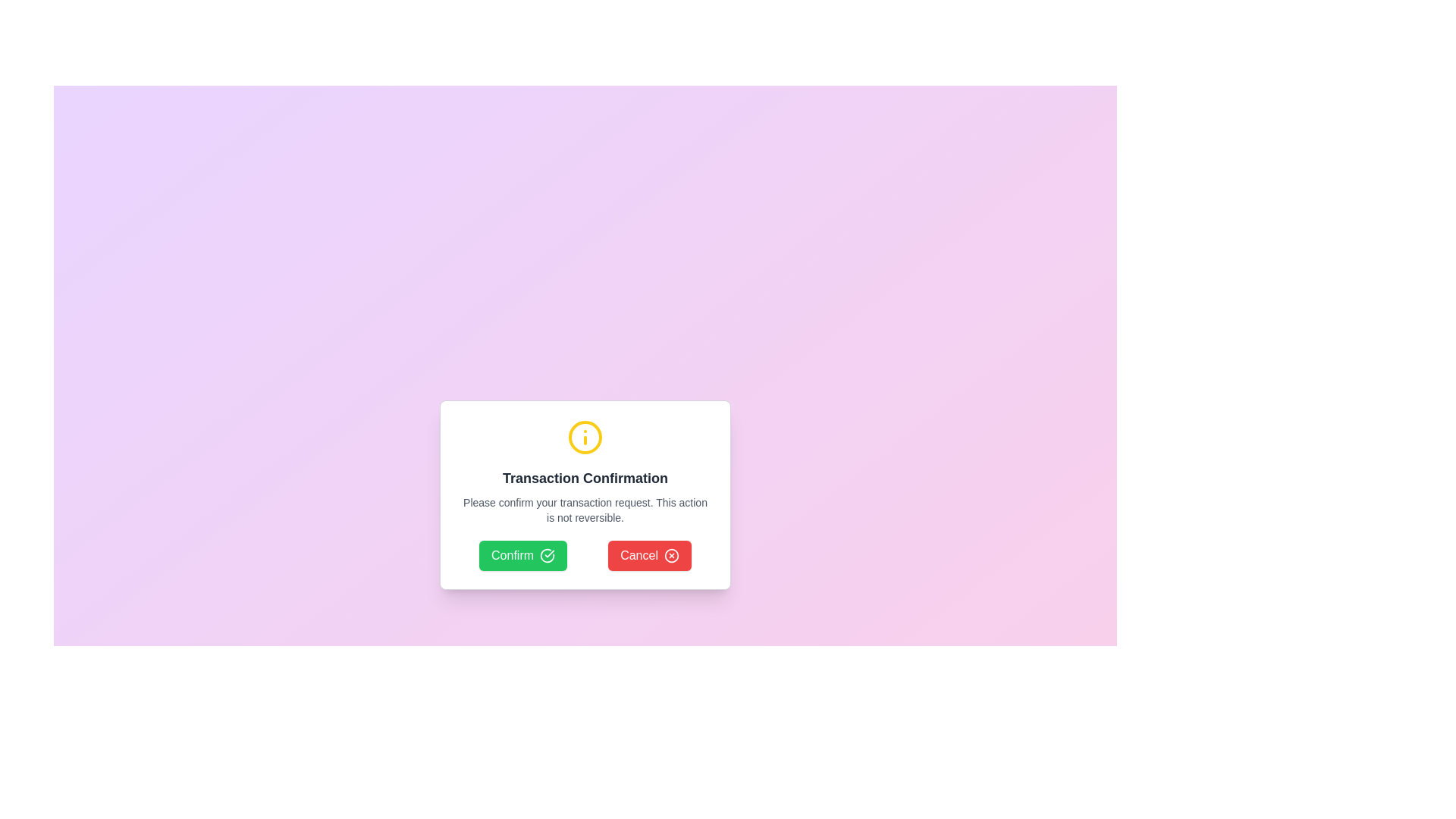 This screenshot has height=819, width=1456. Describe the element at coordinates (585, 438) in the screenshot. I see `attributes of the info icon element located at the top center of the confirmation modal by clicking on it` at that location.